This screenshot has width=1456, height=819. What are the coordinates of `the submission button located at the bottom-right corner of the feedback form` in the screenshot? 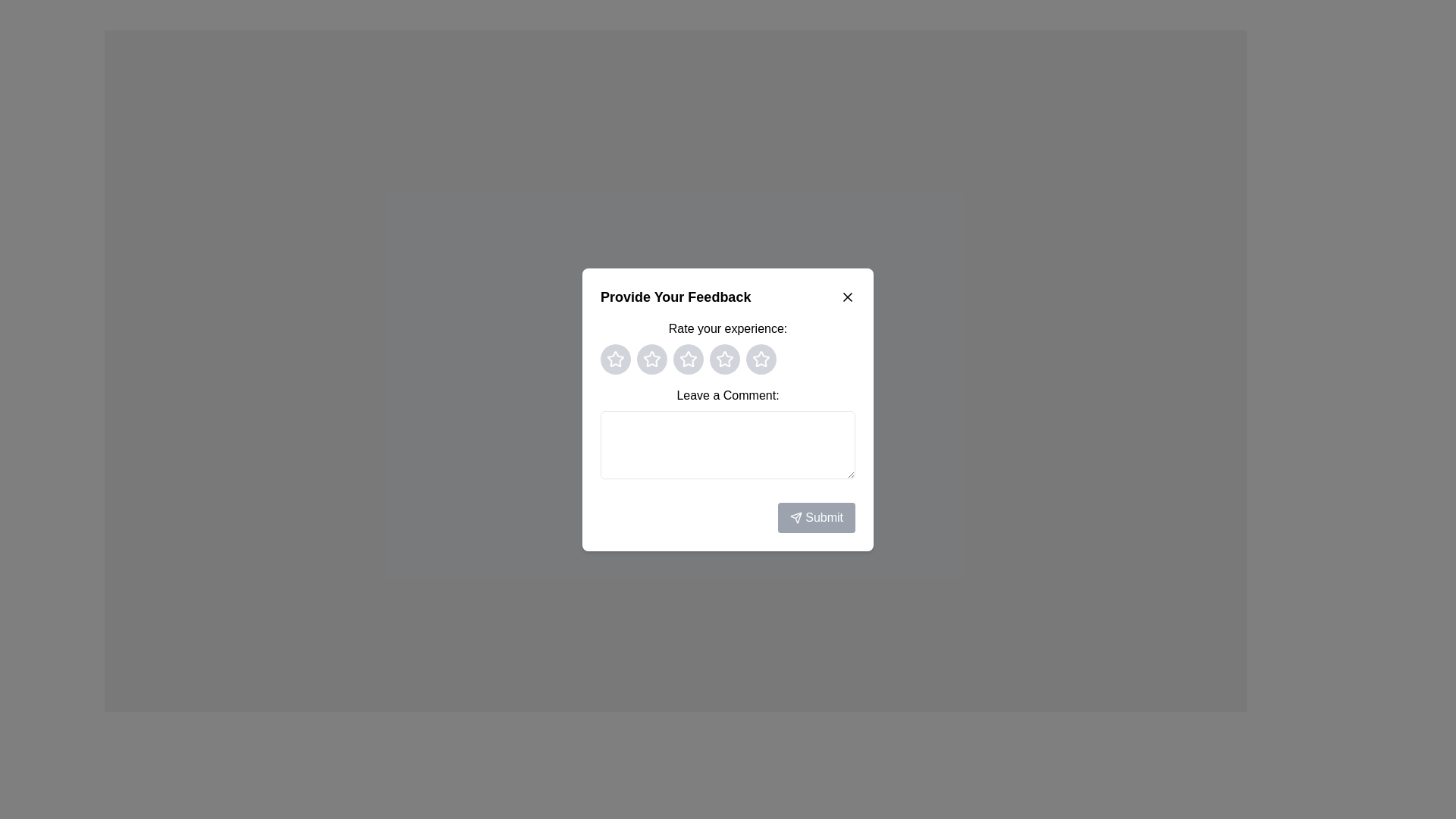 It's located at (728, 516).